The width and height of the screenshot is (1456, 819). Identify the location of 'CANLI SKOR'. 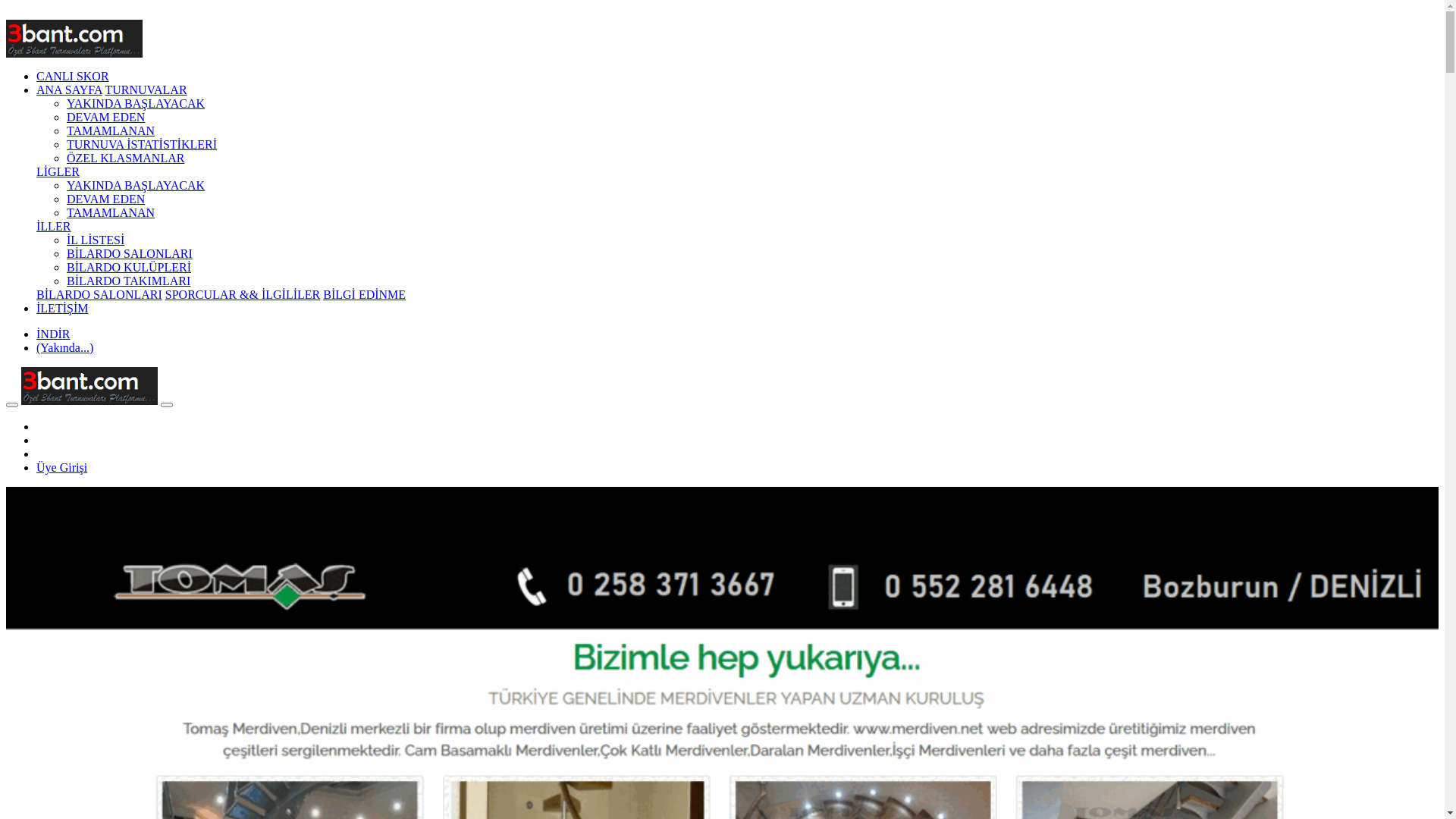
(36, 76).